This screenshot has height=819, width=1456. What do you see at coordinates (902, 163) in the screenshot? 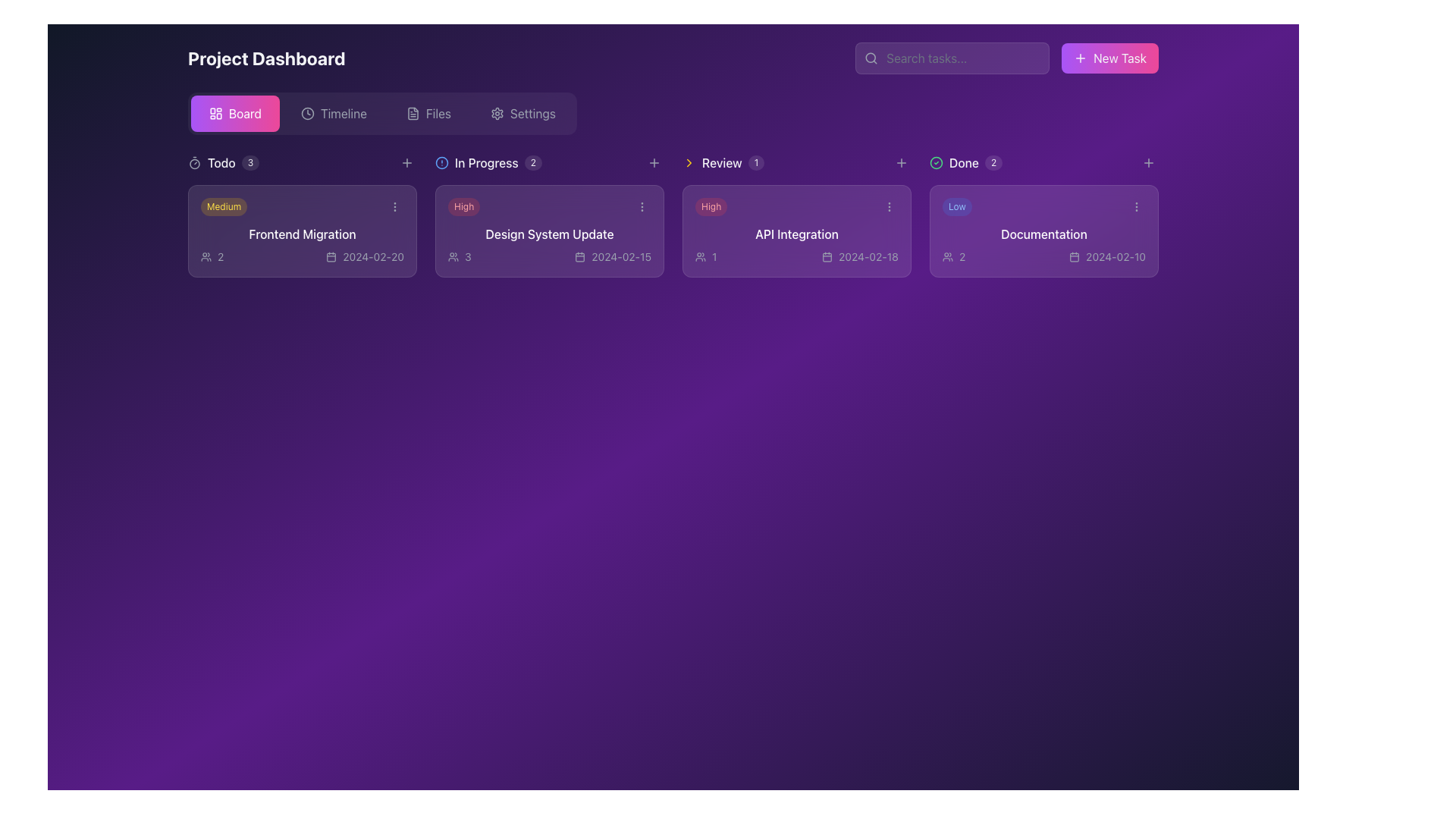
I see `the button located between the 'Review' and 'Done' sections in the project dashboard` at bounding box center [902, 163].